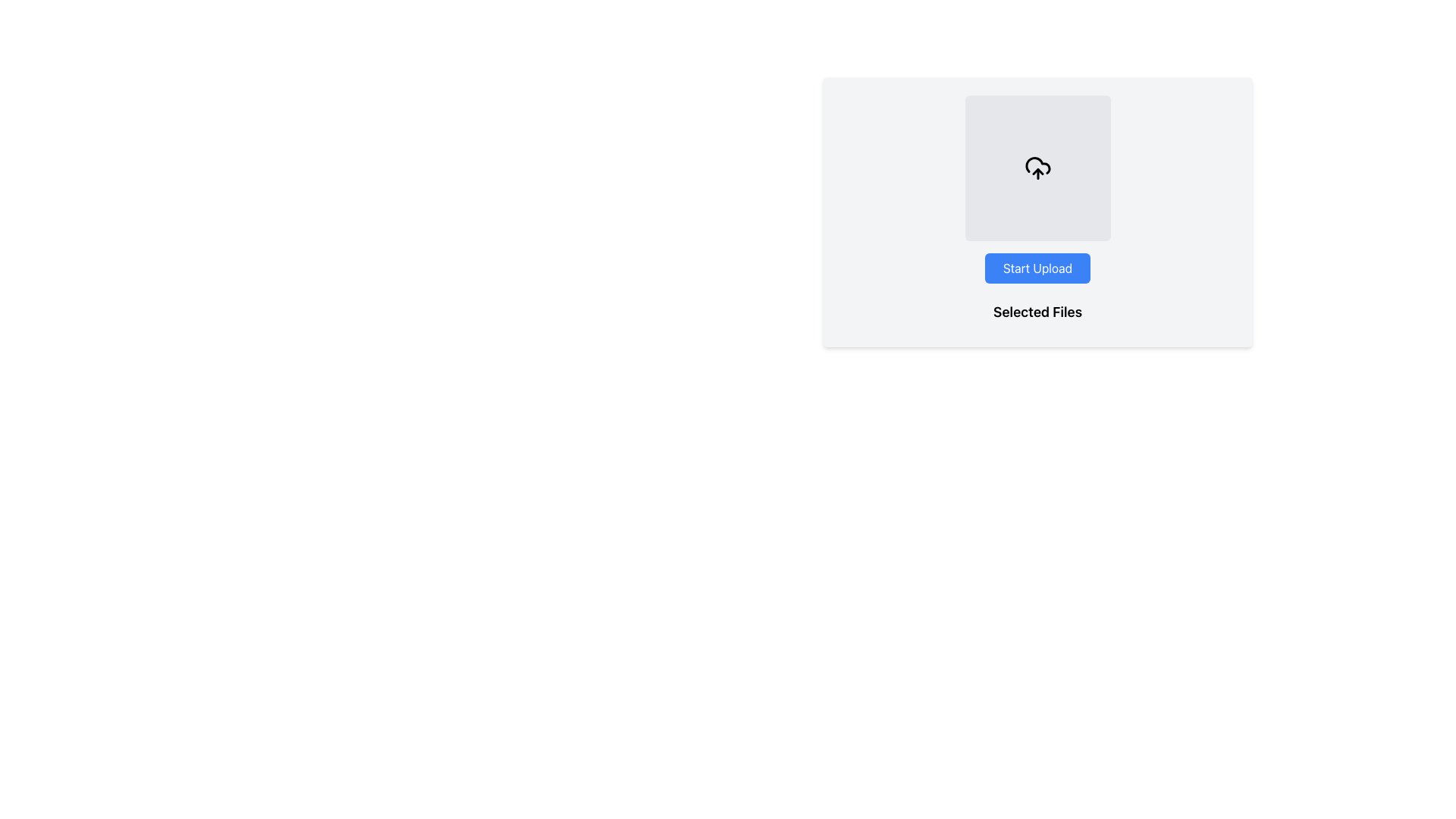 The width and height of the screenshot is (1456, 819). I want to click on the upload icon located at the center of the light gray square section at the top part of the upload interface to receive additional feedback, so click(1037, 168).